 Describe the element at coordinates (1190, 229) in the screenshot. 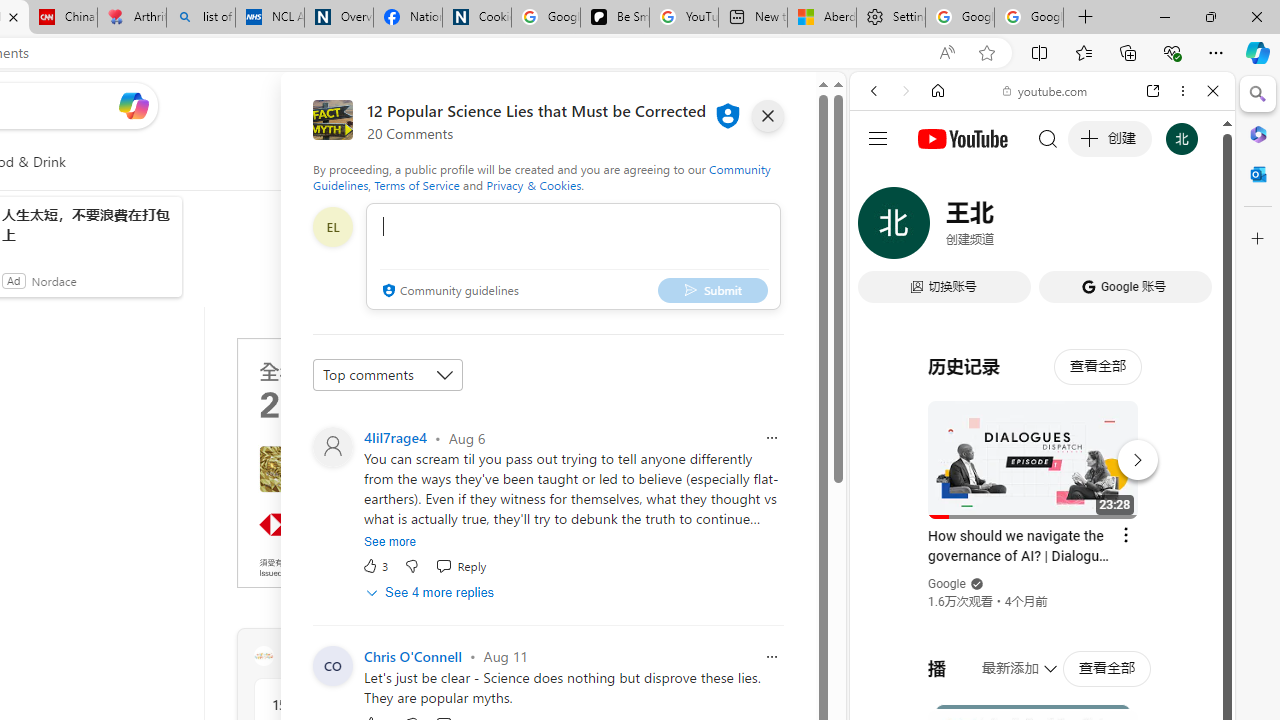

I see `'Class: b_serphb'` at that location.